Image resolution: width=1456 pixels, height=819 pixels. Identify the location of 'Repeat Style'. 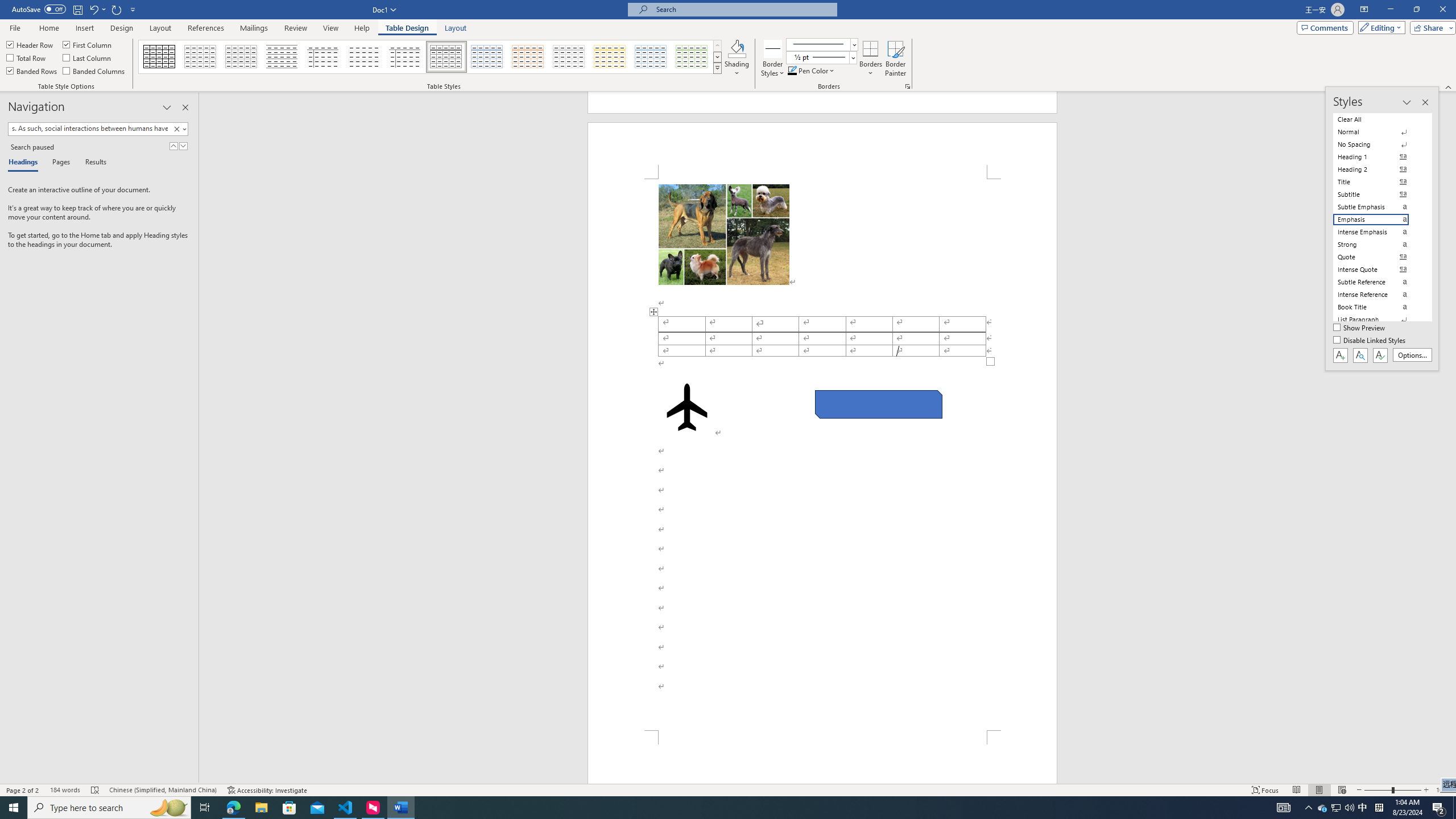
(117, 9).